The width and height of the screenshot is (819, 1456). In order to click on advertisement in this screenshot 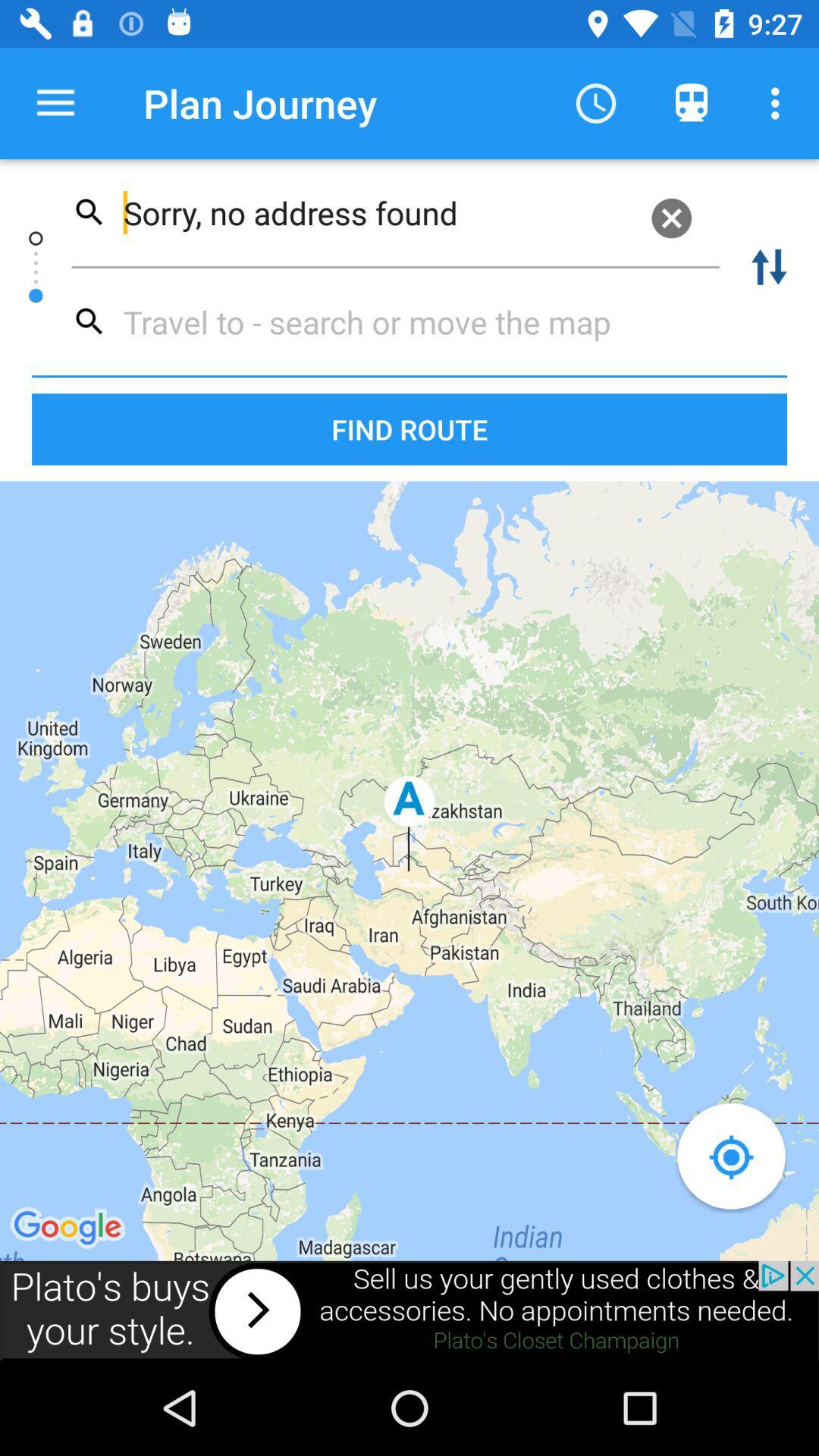, I will do `click(409, 1310)`.